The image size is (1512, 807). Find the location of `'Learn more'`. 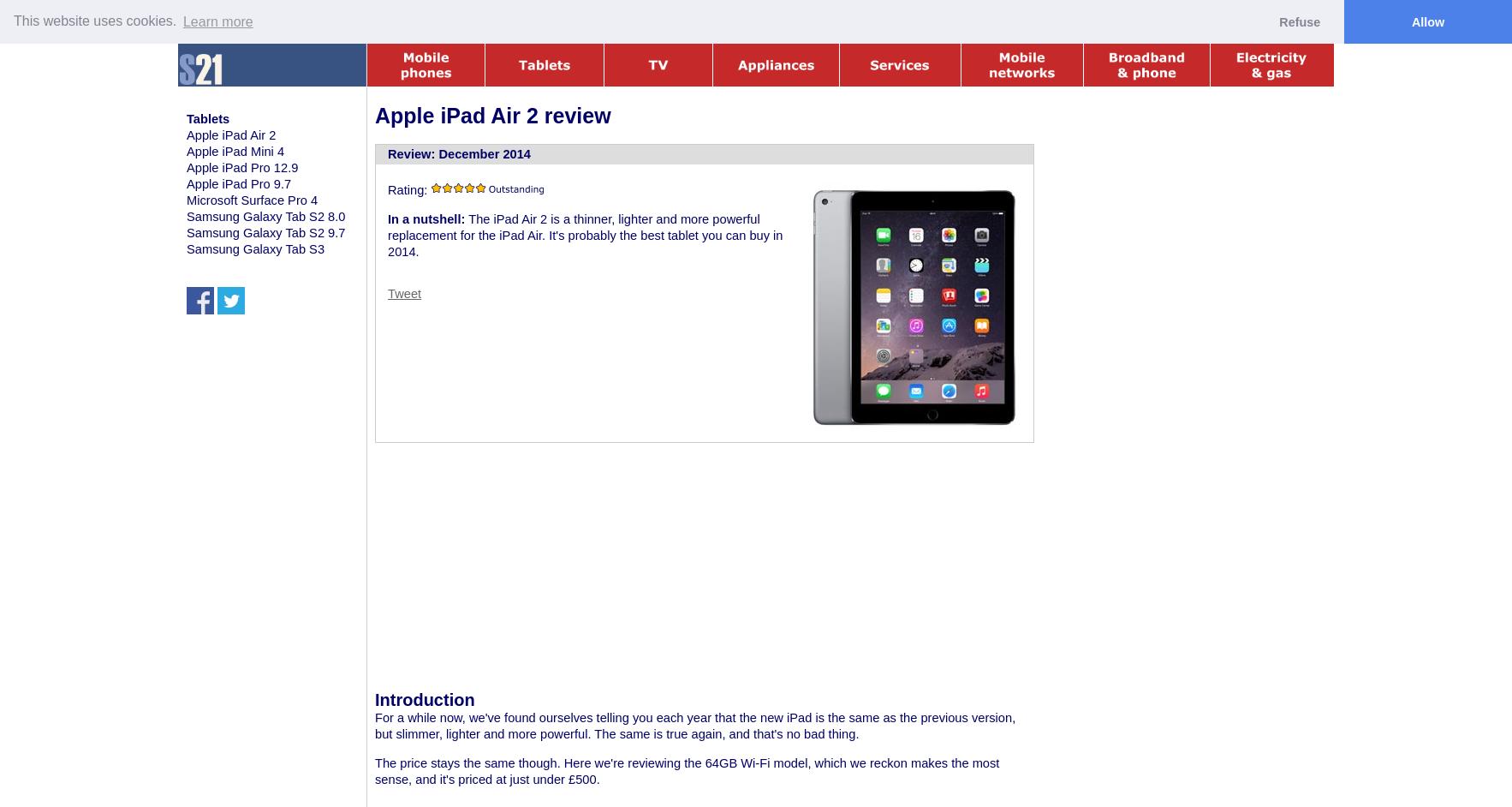

'Learn more' is located at coordinates (216, 21).